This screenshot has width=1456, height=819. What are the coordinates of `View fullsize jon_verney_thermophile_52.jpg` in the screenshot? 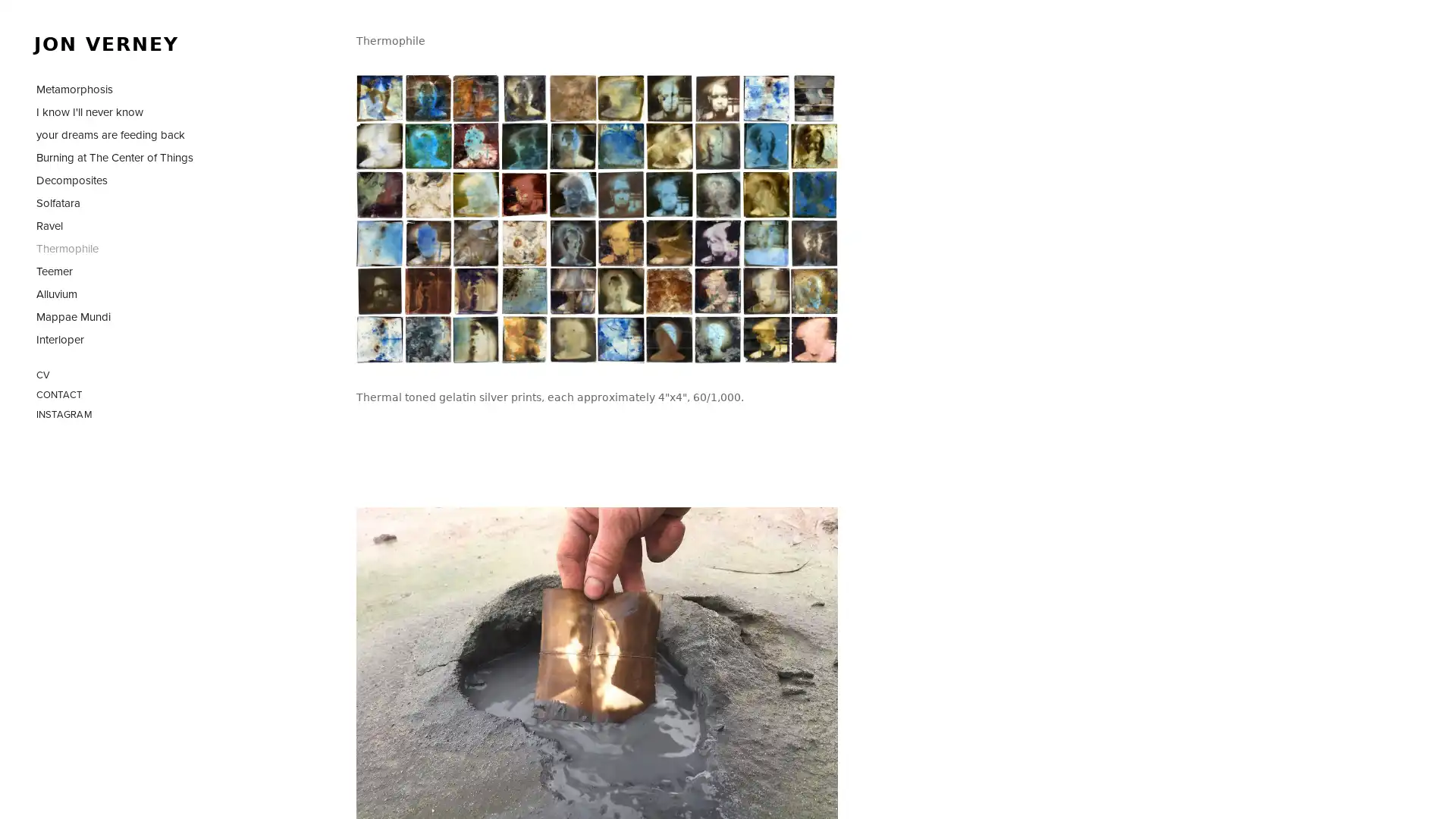 It's located at (379, 291).